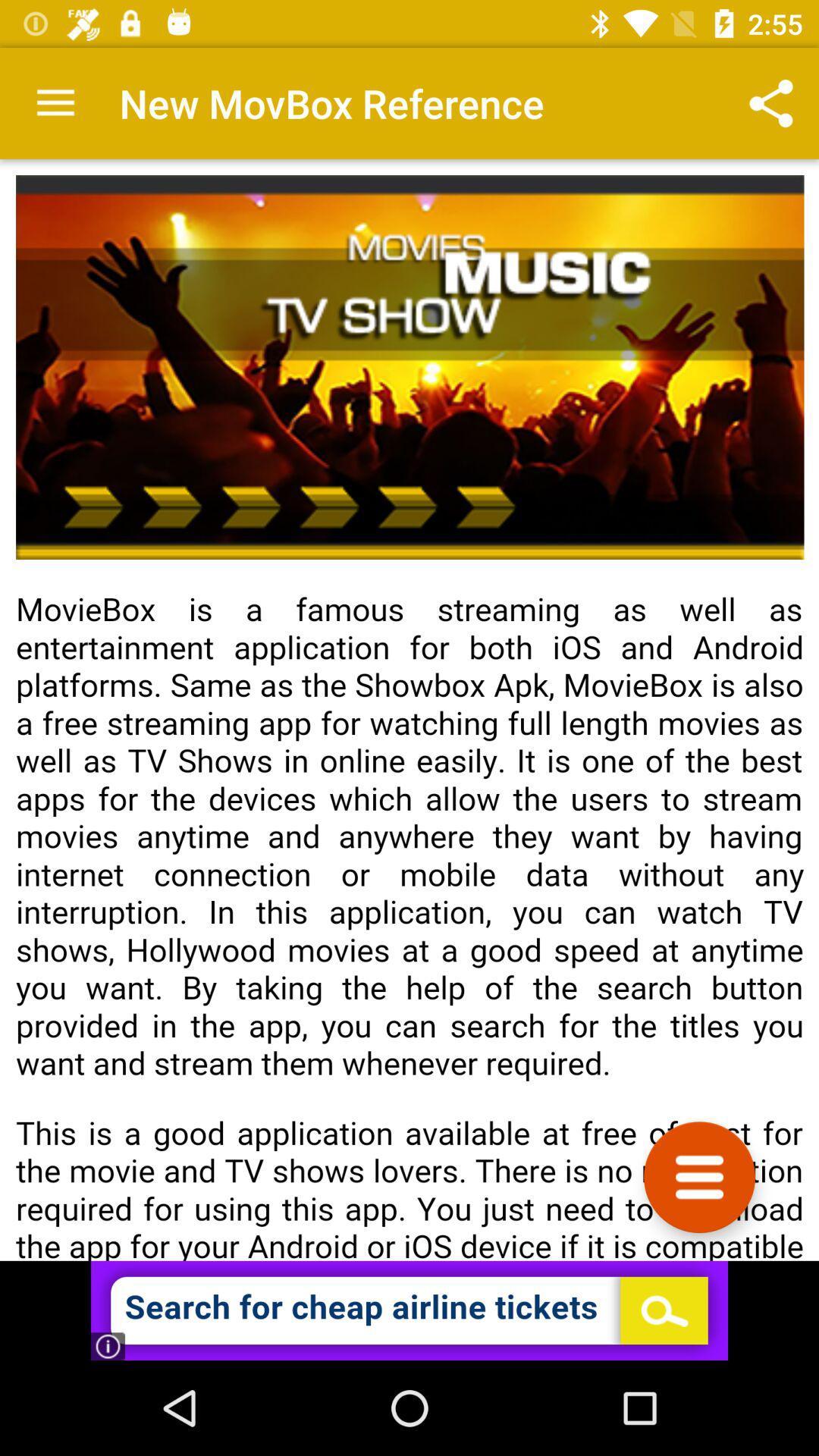  Describe the element at coordinates (699, 1176) in the screenshot. I see `click side menu option` at that location.